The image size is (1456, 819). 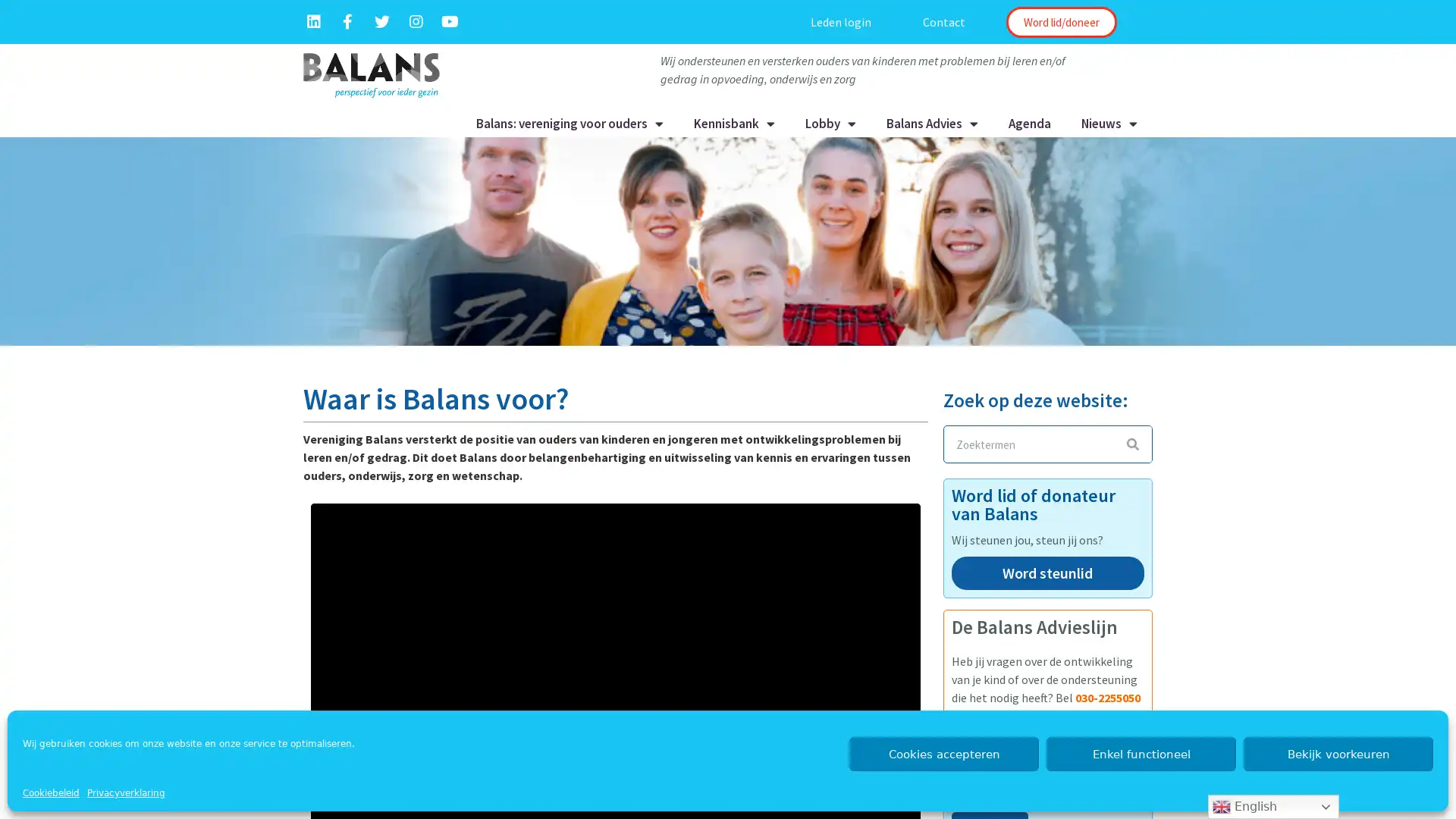 I want to click on Luister met de ReachDeck-werkbalk, so click(x=713, y=23).